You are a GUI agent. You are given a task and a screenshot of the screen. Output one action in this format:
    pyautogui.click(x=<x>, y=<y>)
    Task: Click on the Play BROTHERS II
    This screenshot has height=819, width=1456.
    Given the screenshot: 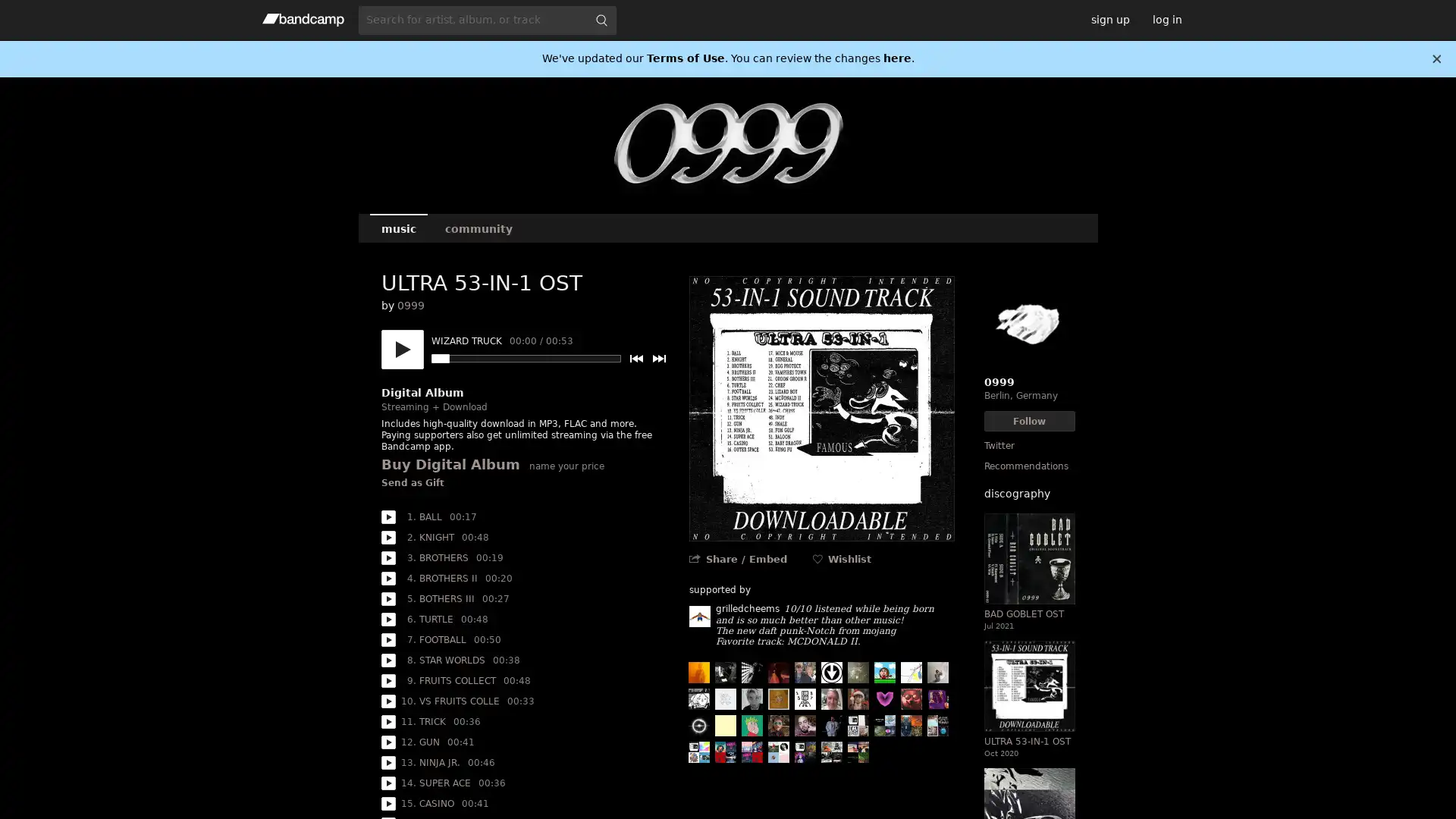 What is the action you would take?
    pyautogui.click(x=388, y=579)
    